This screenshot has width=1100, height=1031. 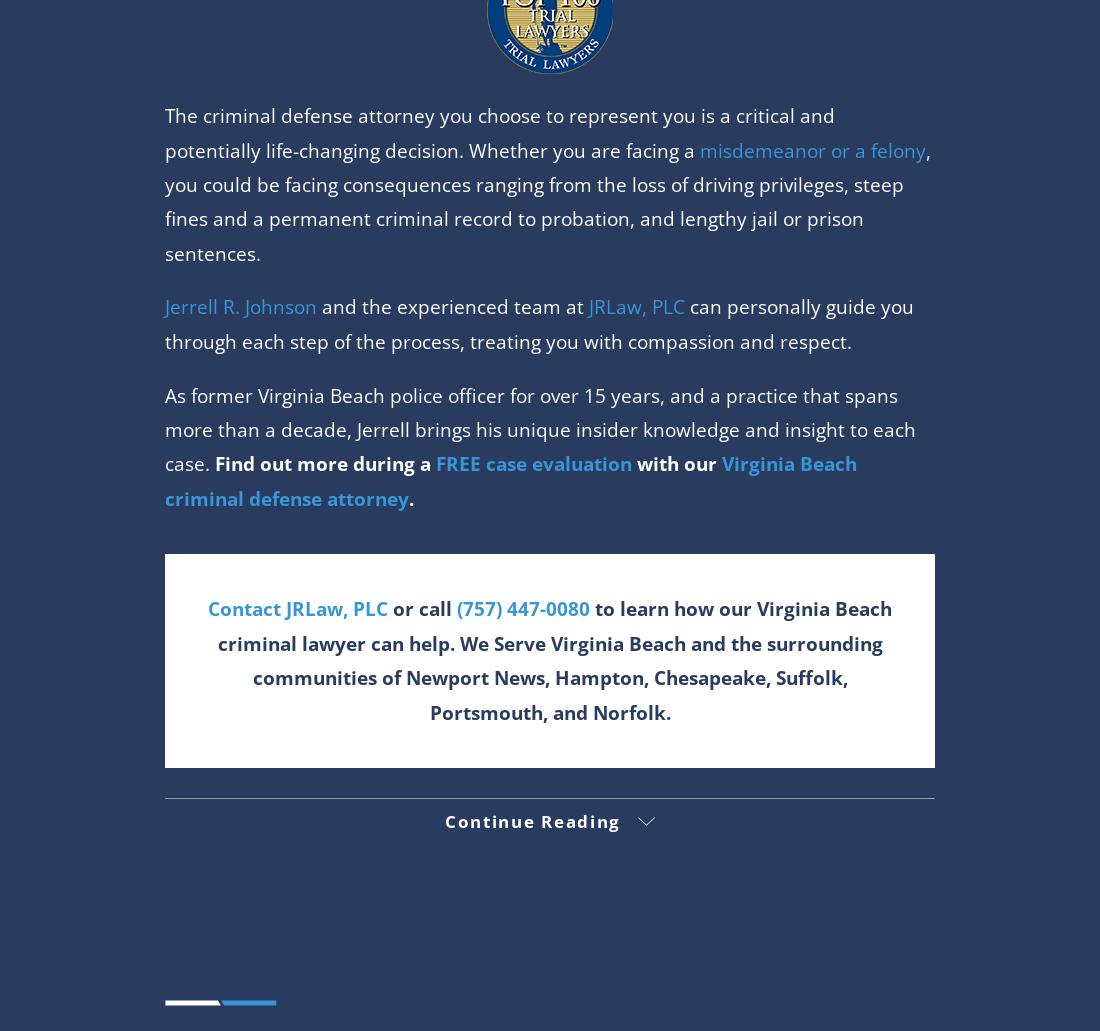 What do you see at coordinates (550, 722) in the screenshot?
I see `'(757) 447-0080'` at bounding box center [550, 722].